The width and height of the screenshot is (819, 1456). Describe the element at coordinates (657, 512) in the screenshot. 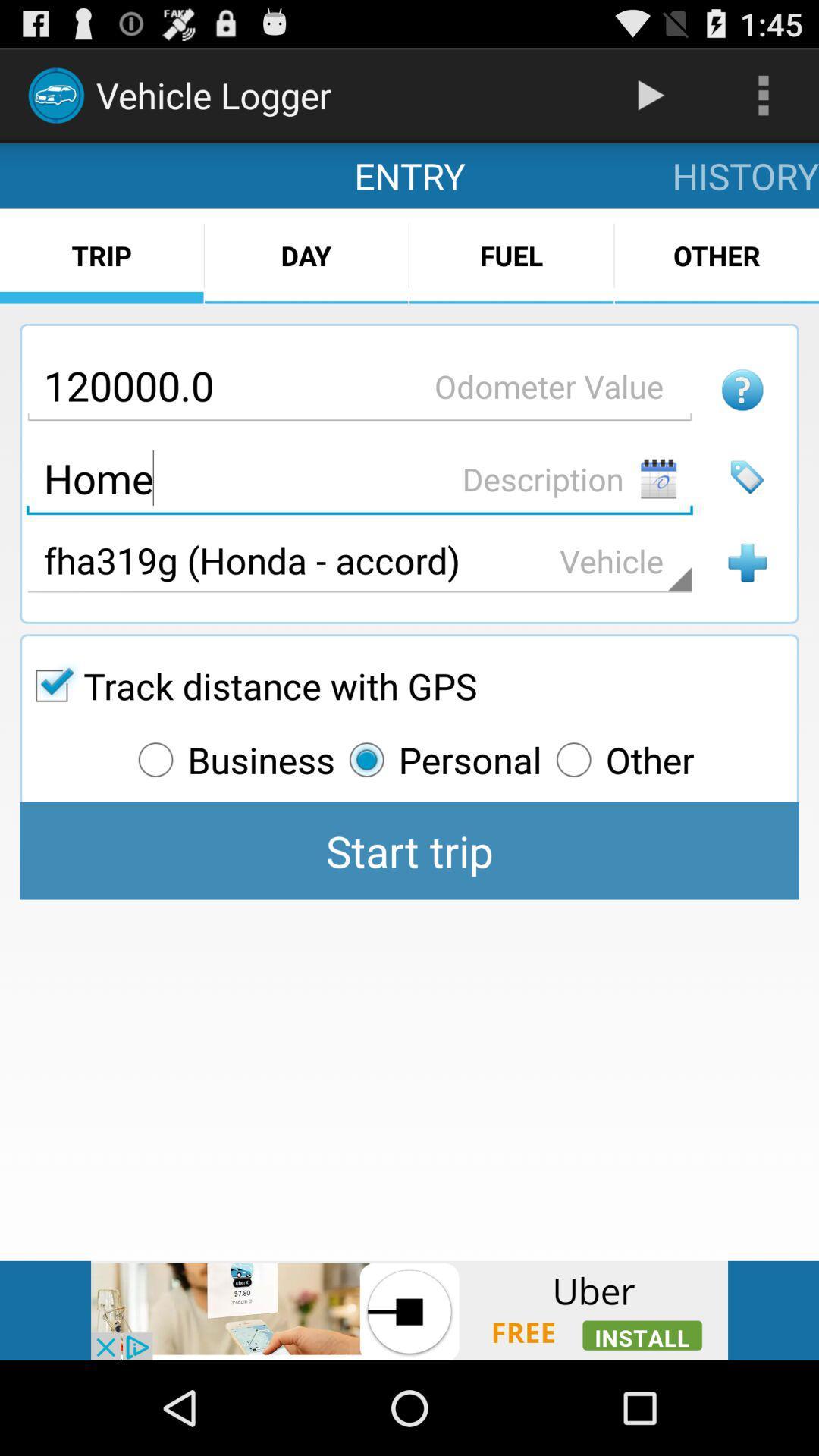

I see `the date_range icon` at that location.